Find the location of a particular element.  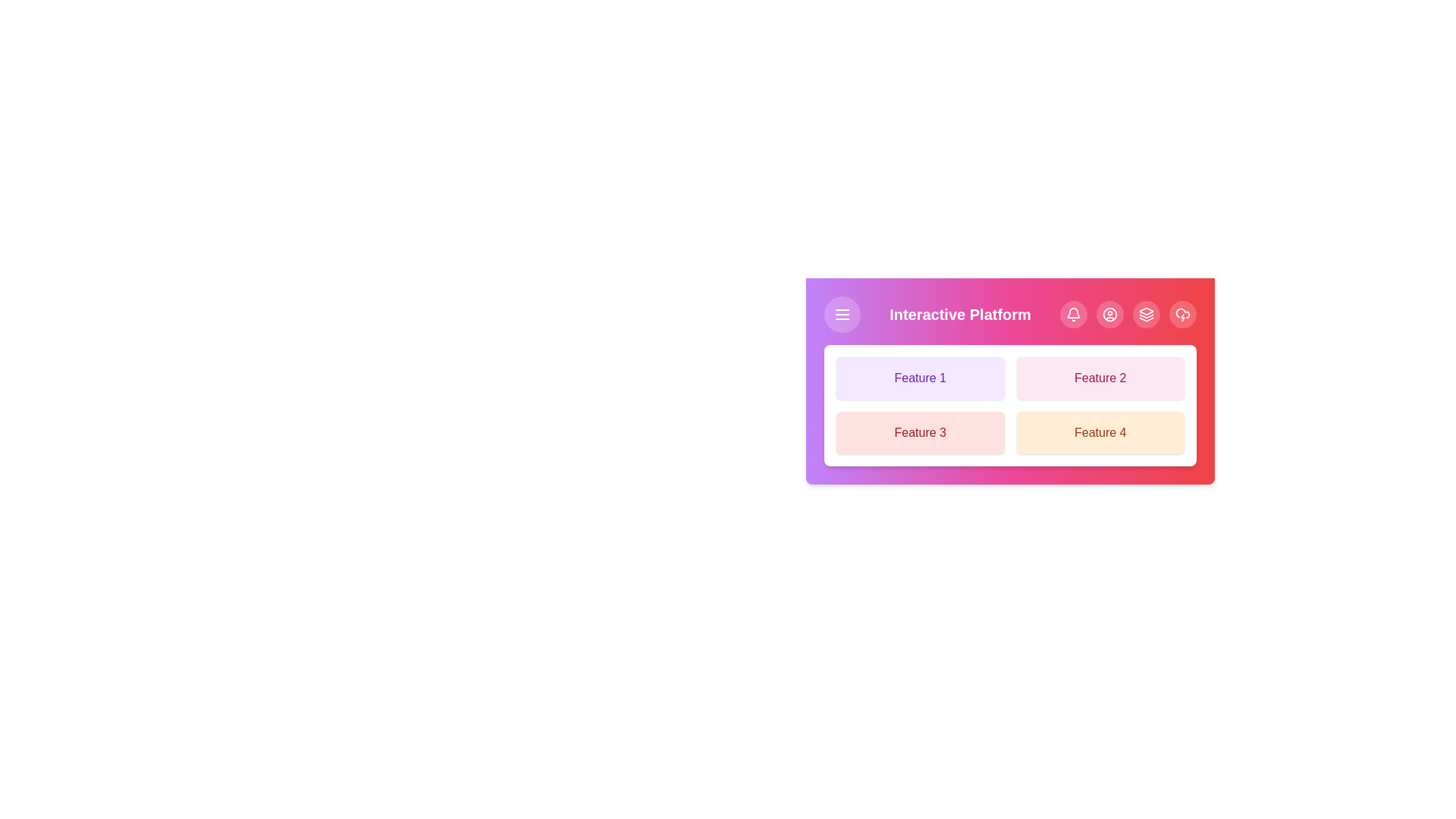

the feature button corresponding to Feature 3 is located at coordinates (919, 432).